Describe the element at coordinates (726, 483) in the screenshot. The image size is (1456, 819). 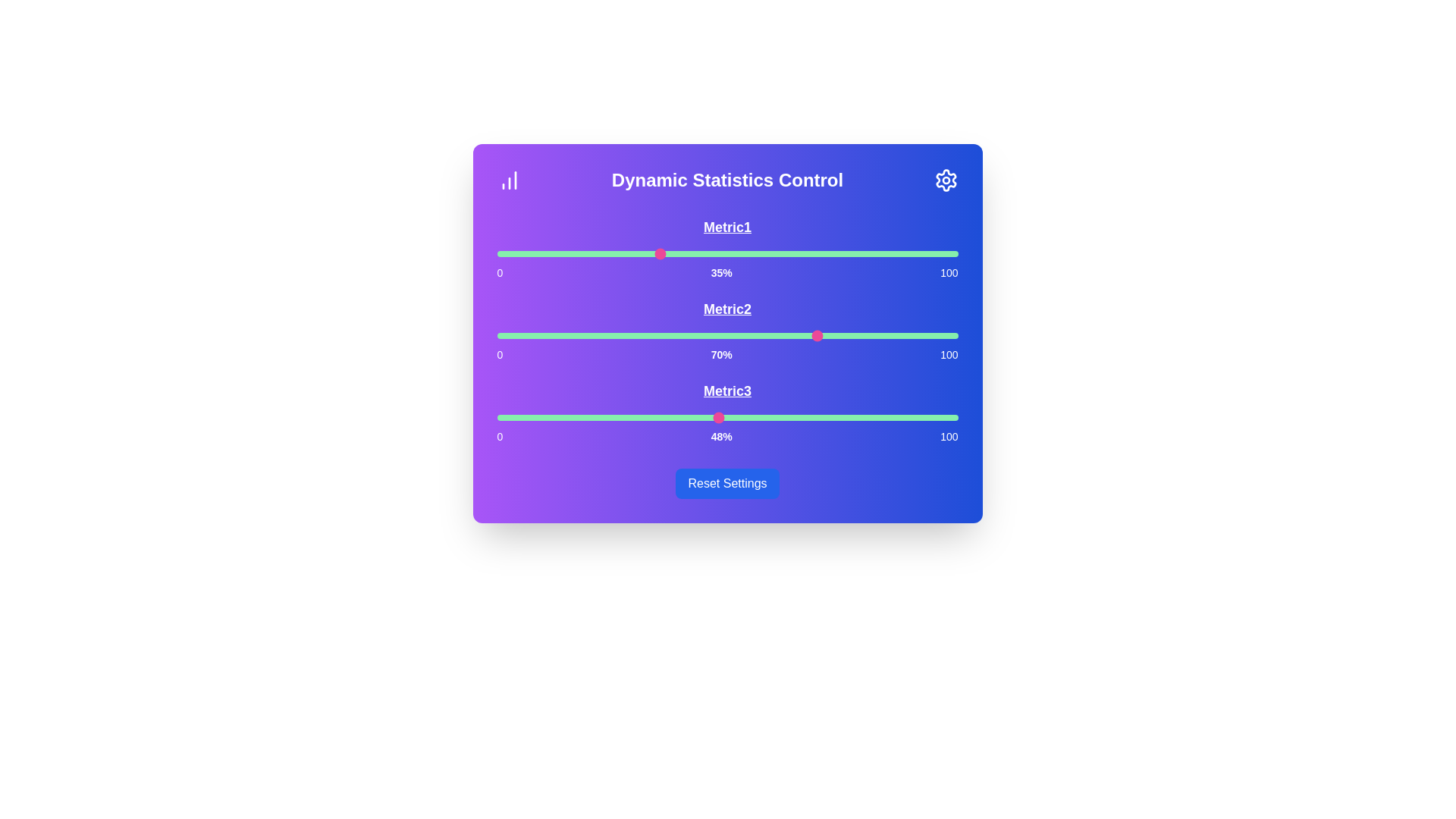
I see `the 'Reset Settings' button` at that location.